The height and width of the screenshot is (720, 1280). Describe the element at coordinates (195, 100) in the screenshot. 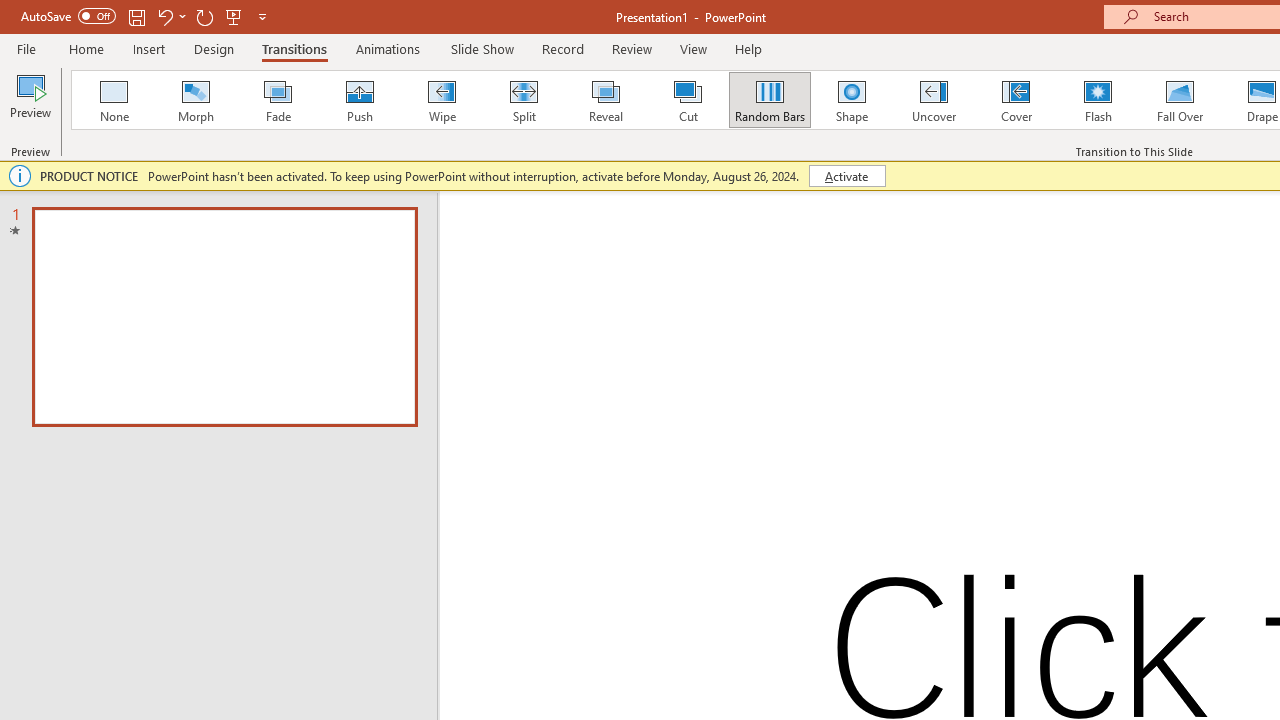

I see `'Morph'` at that location.